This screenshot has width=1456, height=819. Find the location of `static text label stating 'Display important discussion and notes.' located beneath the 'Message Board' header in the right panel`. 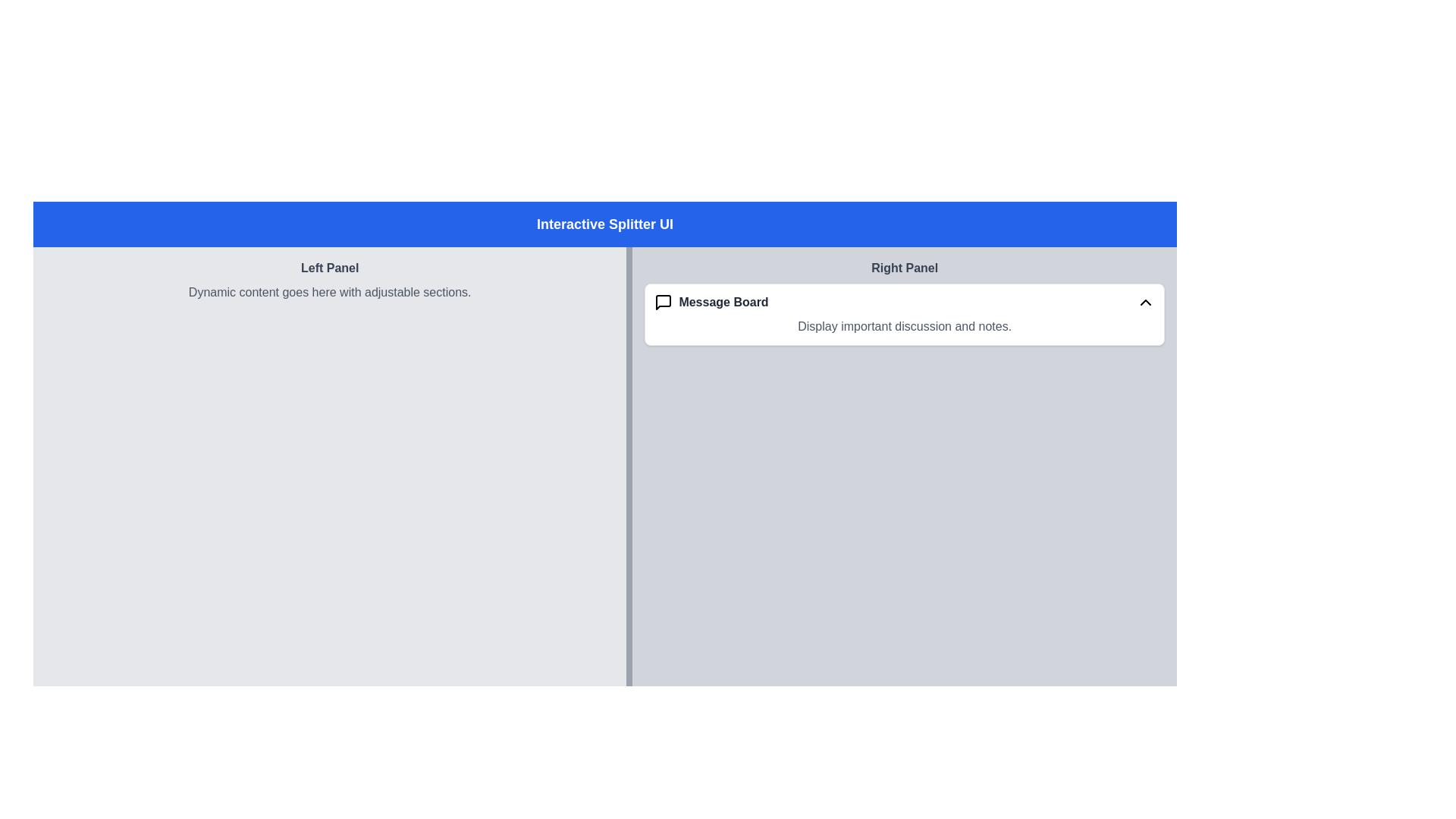

static text label stating 'Display important discussion and notes.' located beneath the 'Message Board' header in the right panel is located at coordinates (905, 326).